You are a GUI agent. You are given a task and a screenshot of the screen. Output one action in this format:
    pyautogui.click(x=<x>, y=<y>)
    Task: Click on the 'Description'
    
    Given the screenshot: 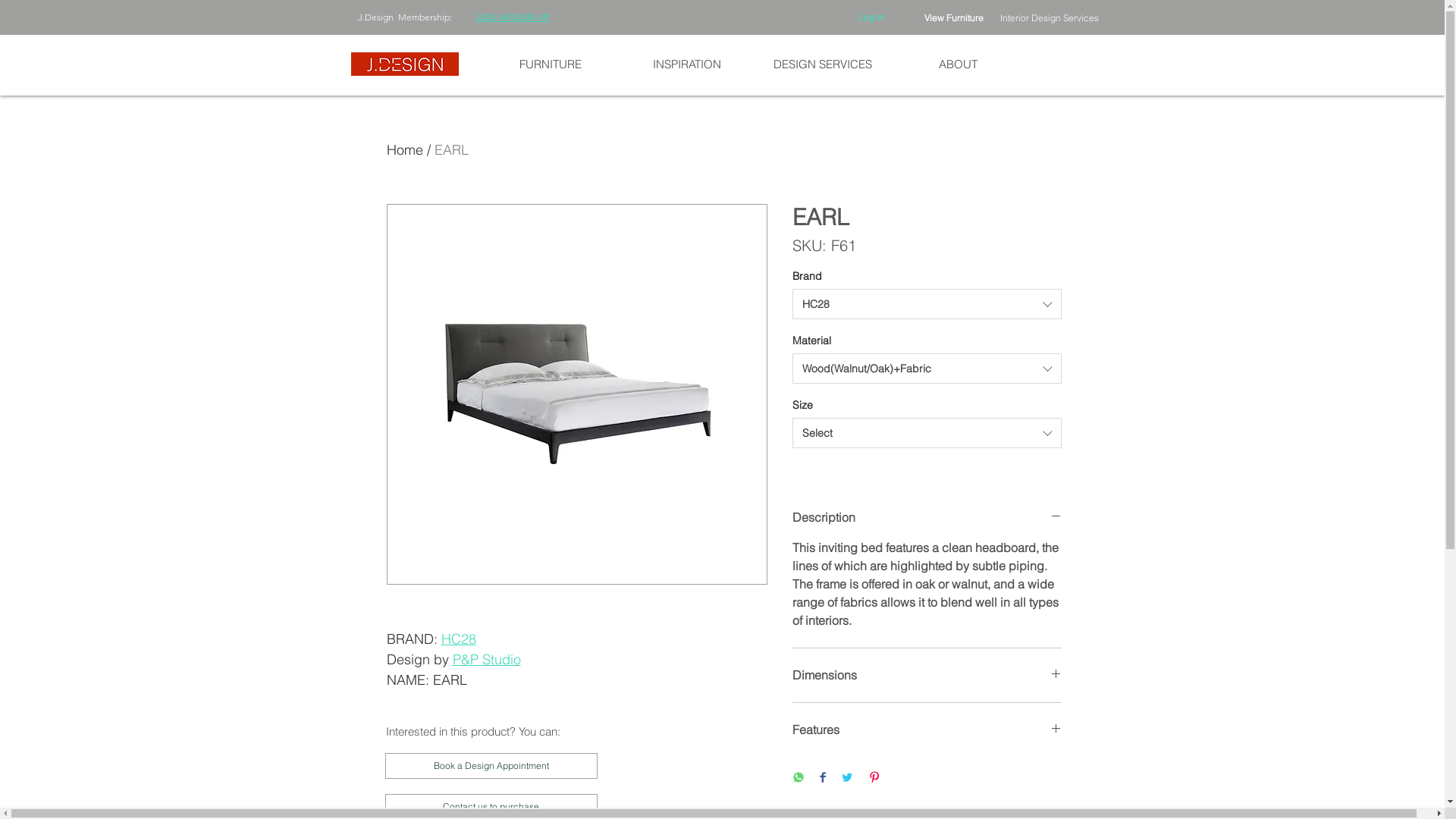 What is the action you would take?
    pyautogui.click(x=925, y=516)
    